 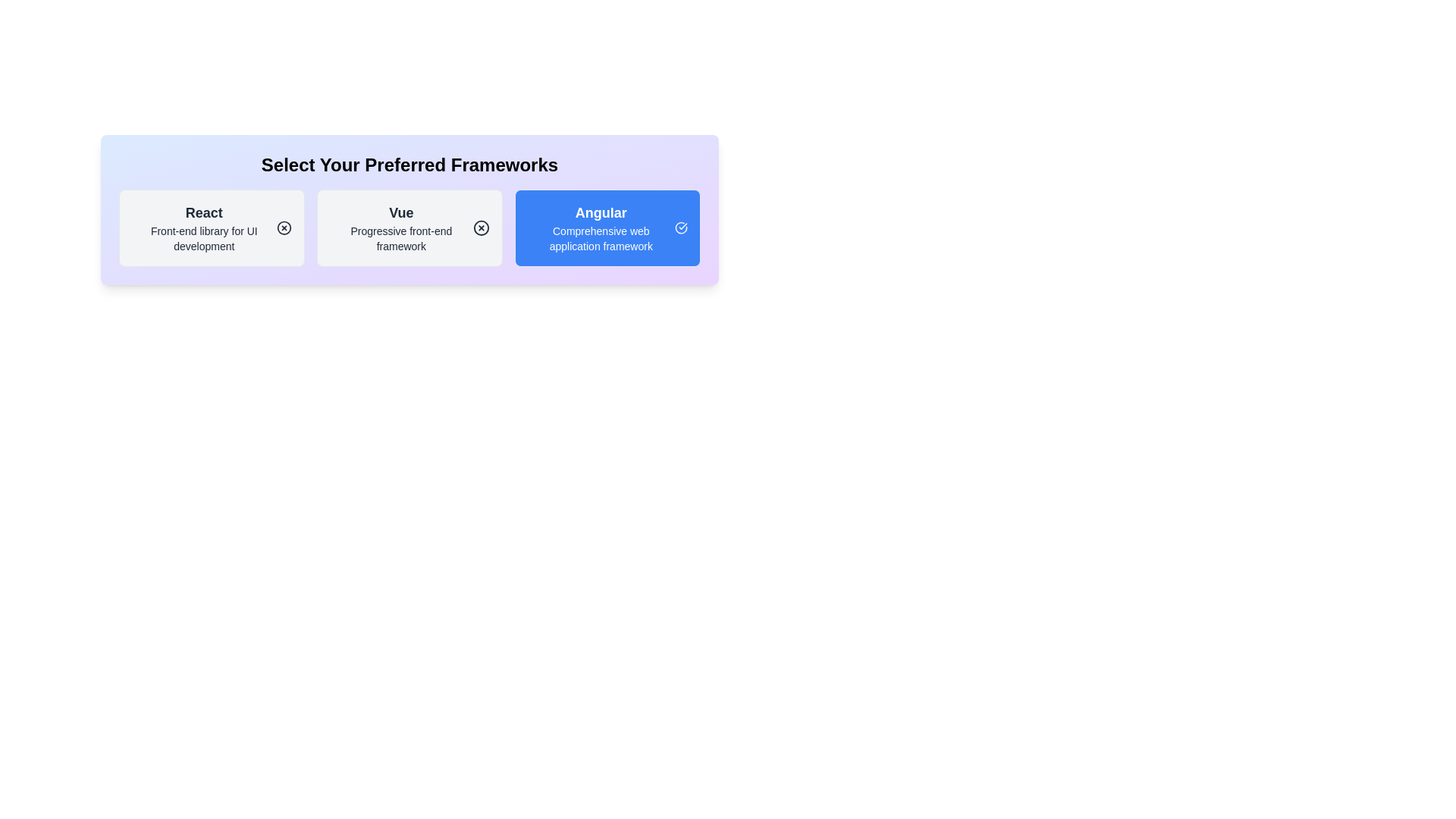 I want to click on the icon within the chip labeled 'Vue' to toggle its selection state, so click(x=480, y=227).